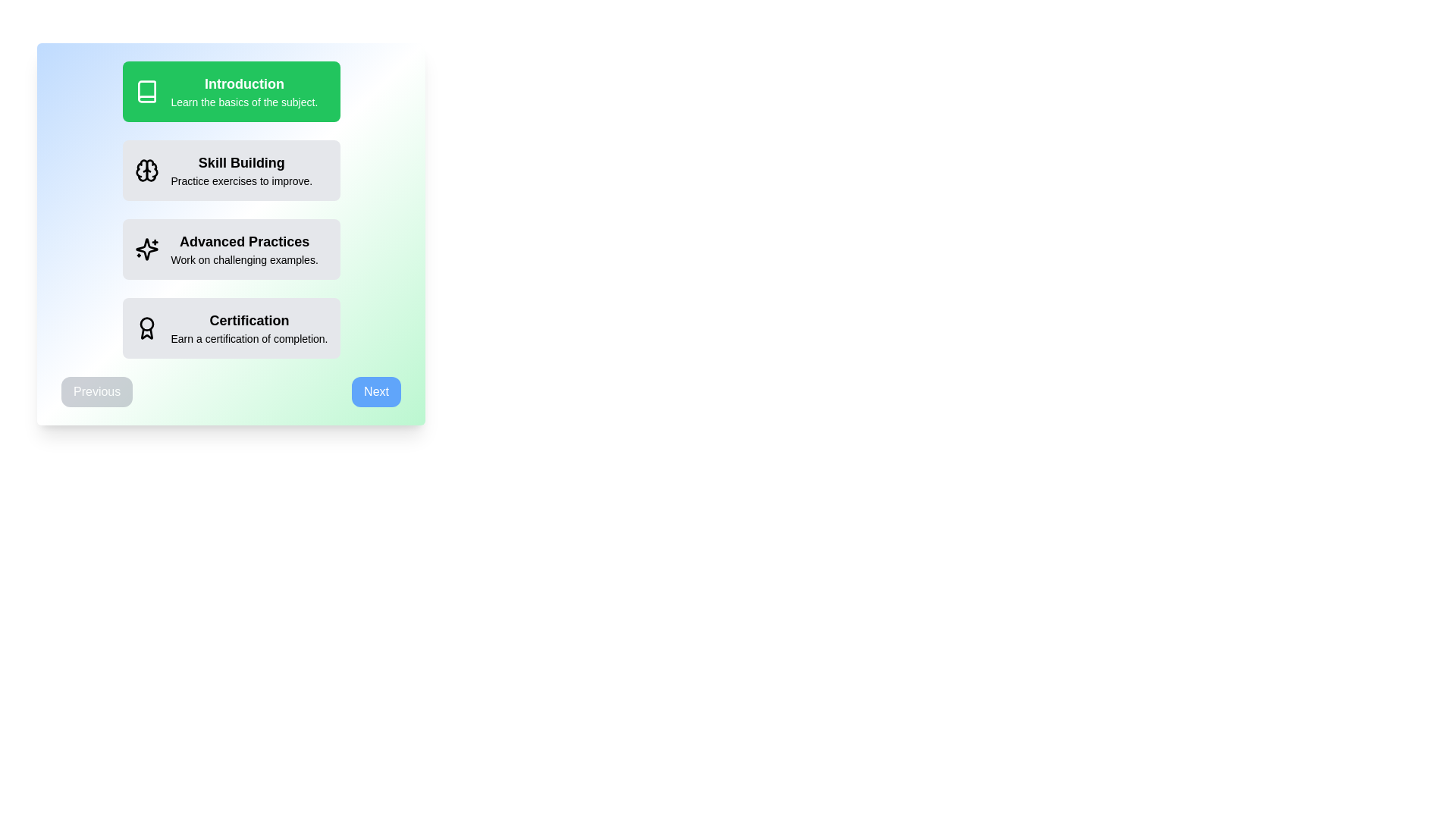 Image resolution: width=1456 pixels, height=819 pixels. Describe the element at coordinates (231, 91) in the screenshot. I see `the description of the step Introduction` at that location.